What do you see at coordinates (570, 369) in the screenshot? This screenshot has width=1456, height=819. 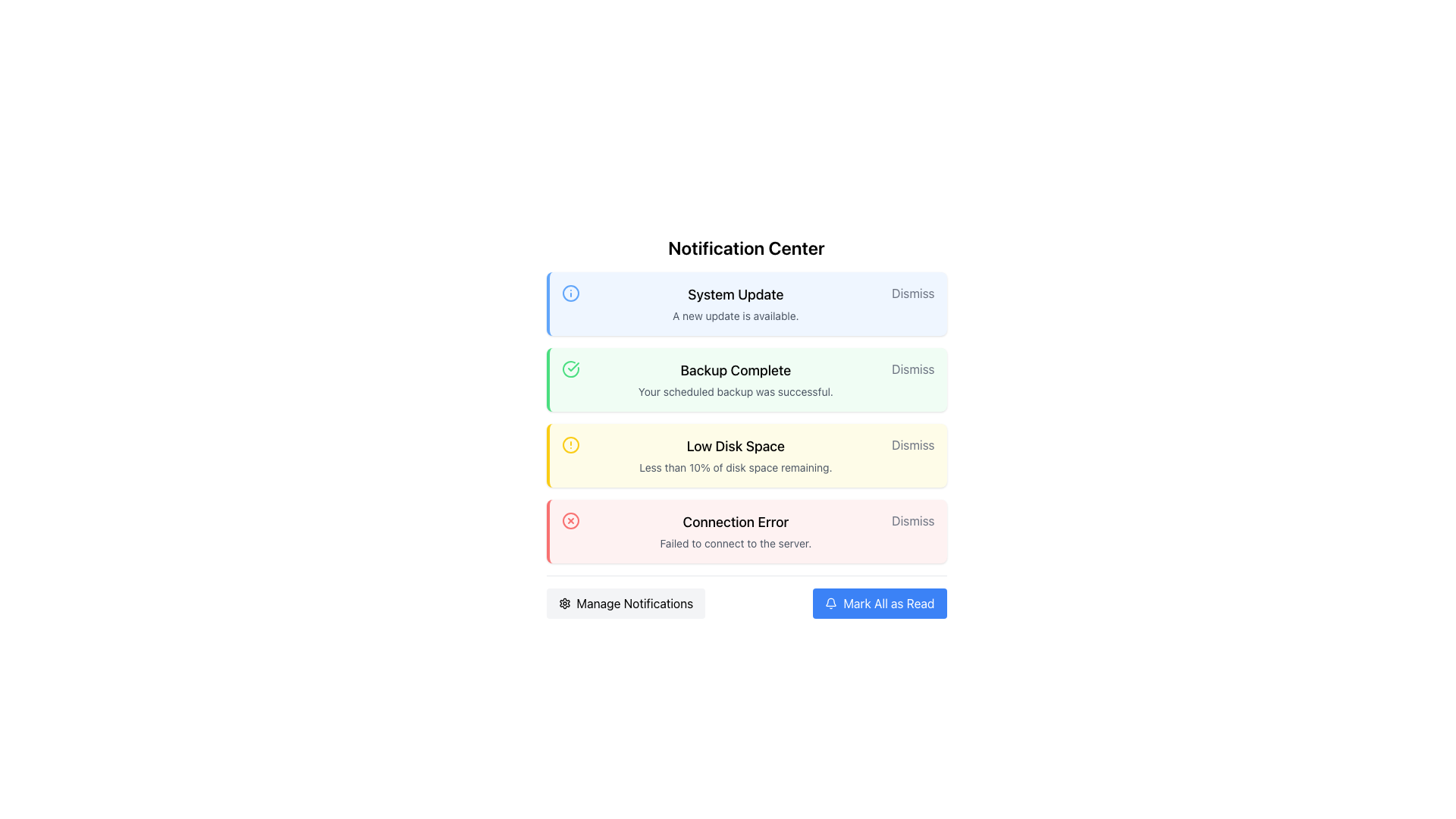 I see `the circular success icon with a green outline and checkmark located within the 'Backup Complete' notification card, positioned to the left of the text` at bounding box center [570, 369].